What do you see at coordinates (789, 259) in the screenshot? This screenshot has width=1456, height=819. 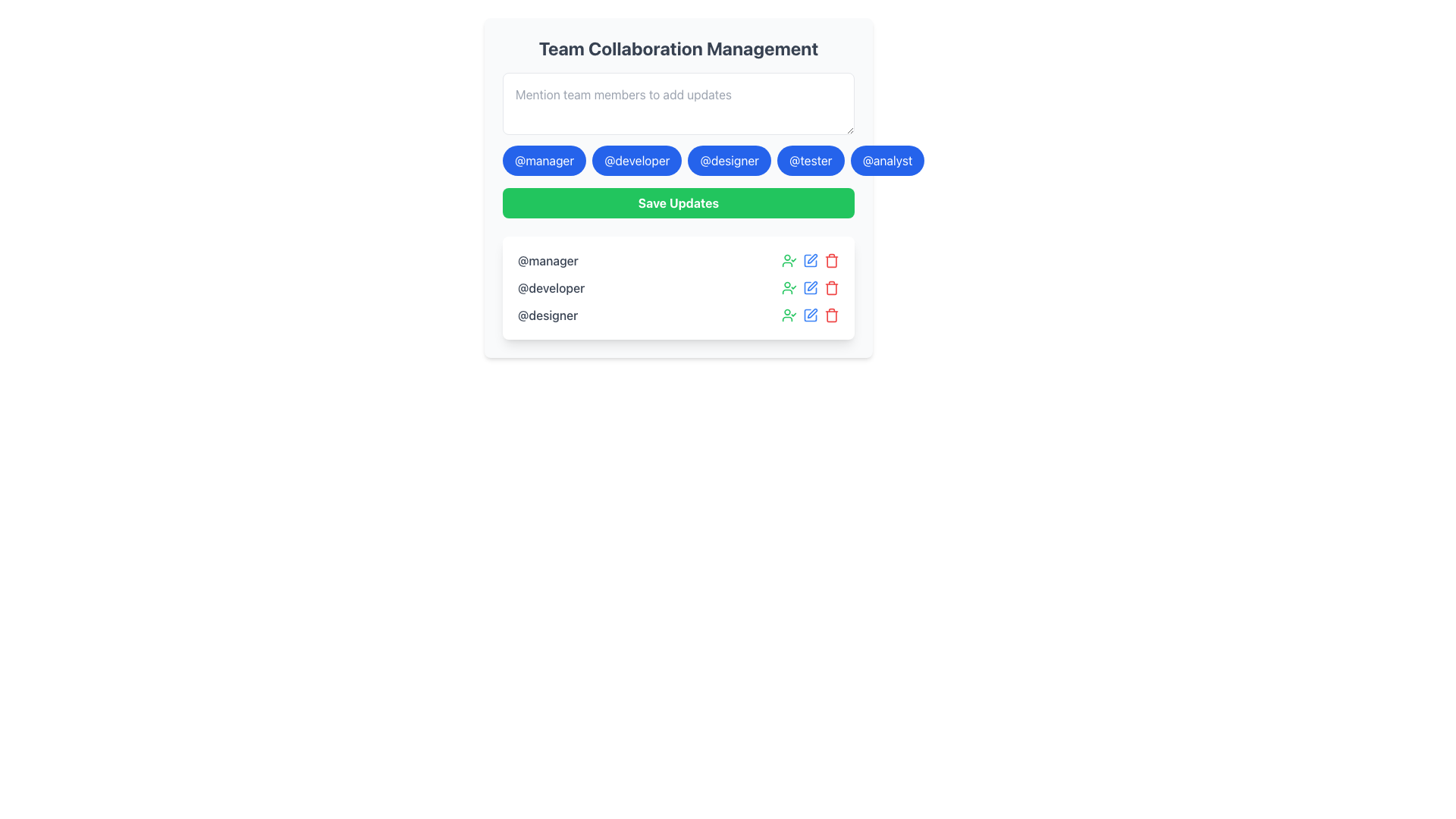 I see `the leftmost confirmation icon associated with '@manager'` at bounding box center [789, 259].